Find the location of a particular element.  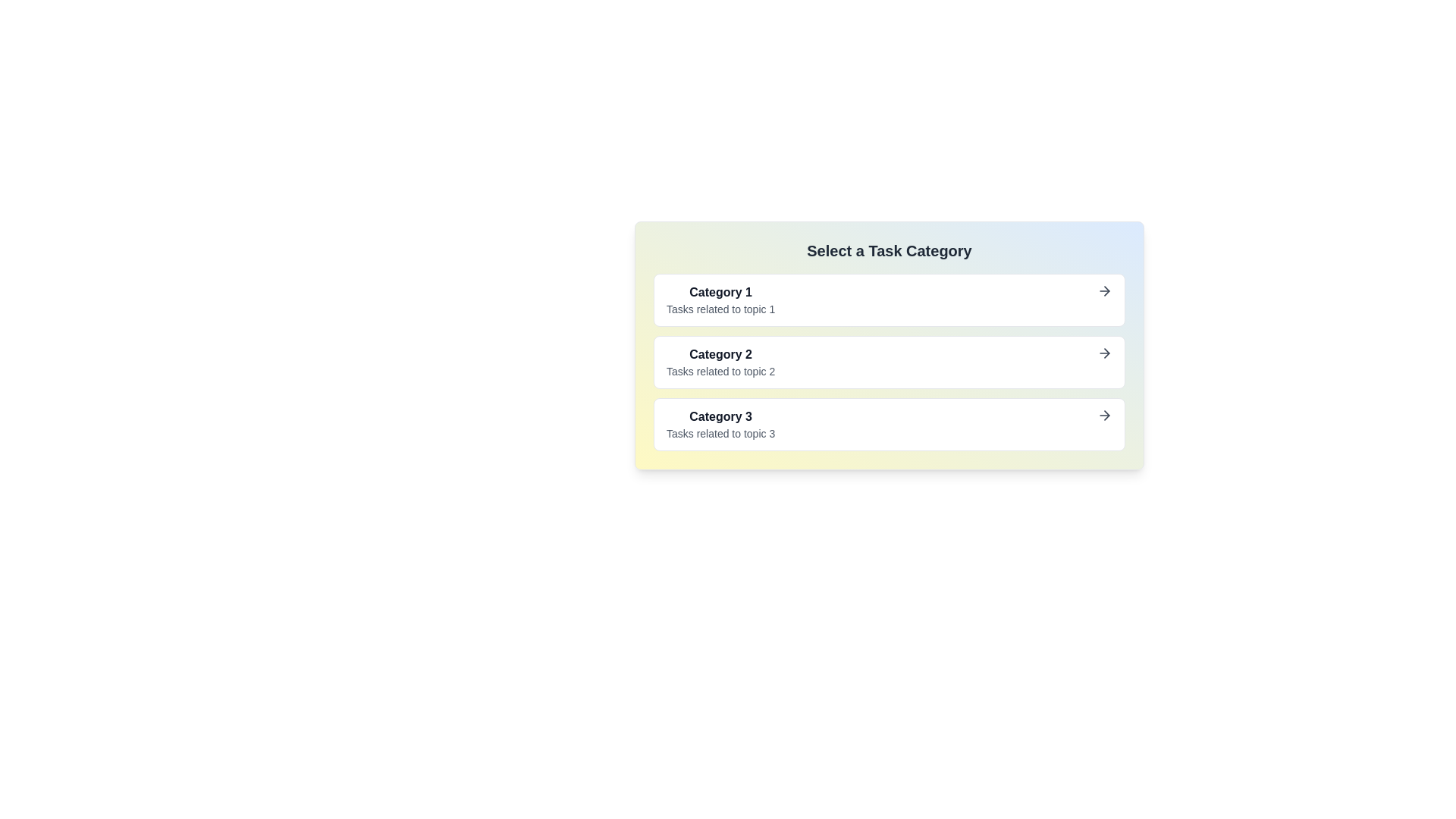

the 'Category 3' button which is a rectangular button-like component with a light border and rounded corners is located at coordinates (889, 424).